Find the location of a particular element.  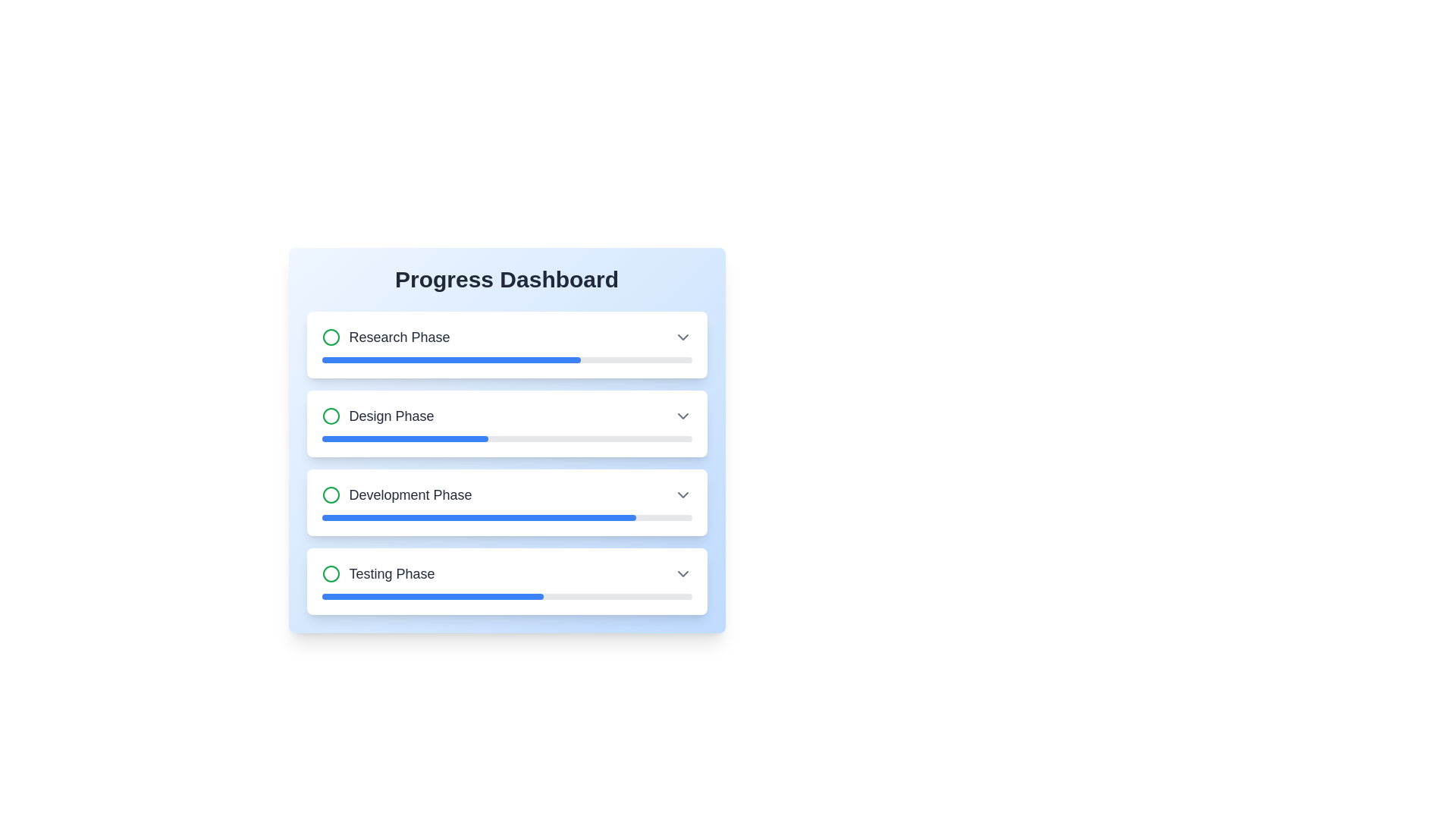

the Circle-shaped status indicator icon located to the left of the text 'Development Phase' in the progress dashboard is located at coordinates (330, 494).